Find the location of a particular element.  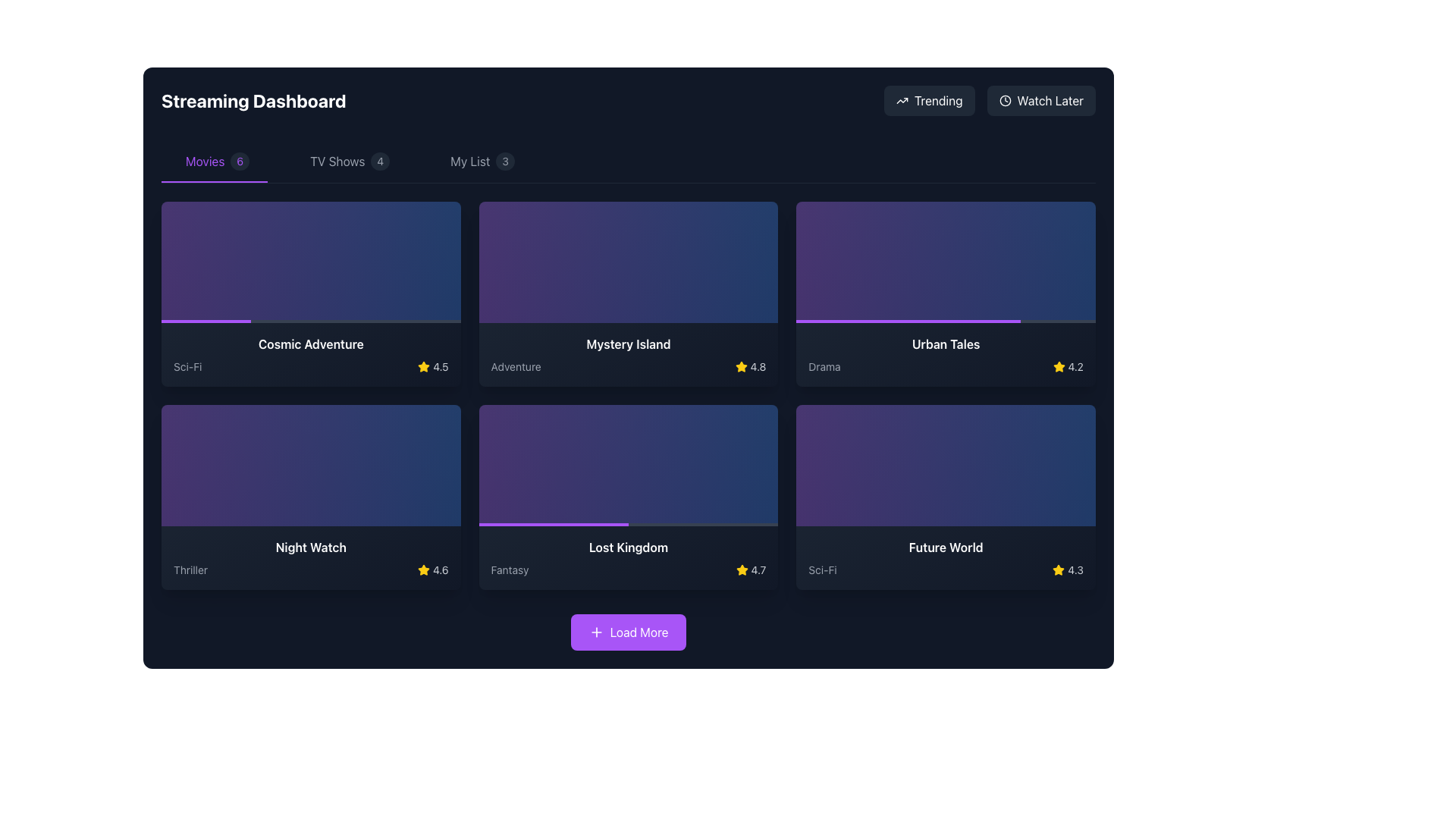

the 'Load More' button, which has white text on a purple background and is centrally placed at the bottom of the list of content cards is located at coordinates (639, 632).